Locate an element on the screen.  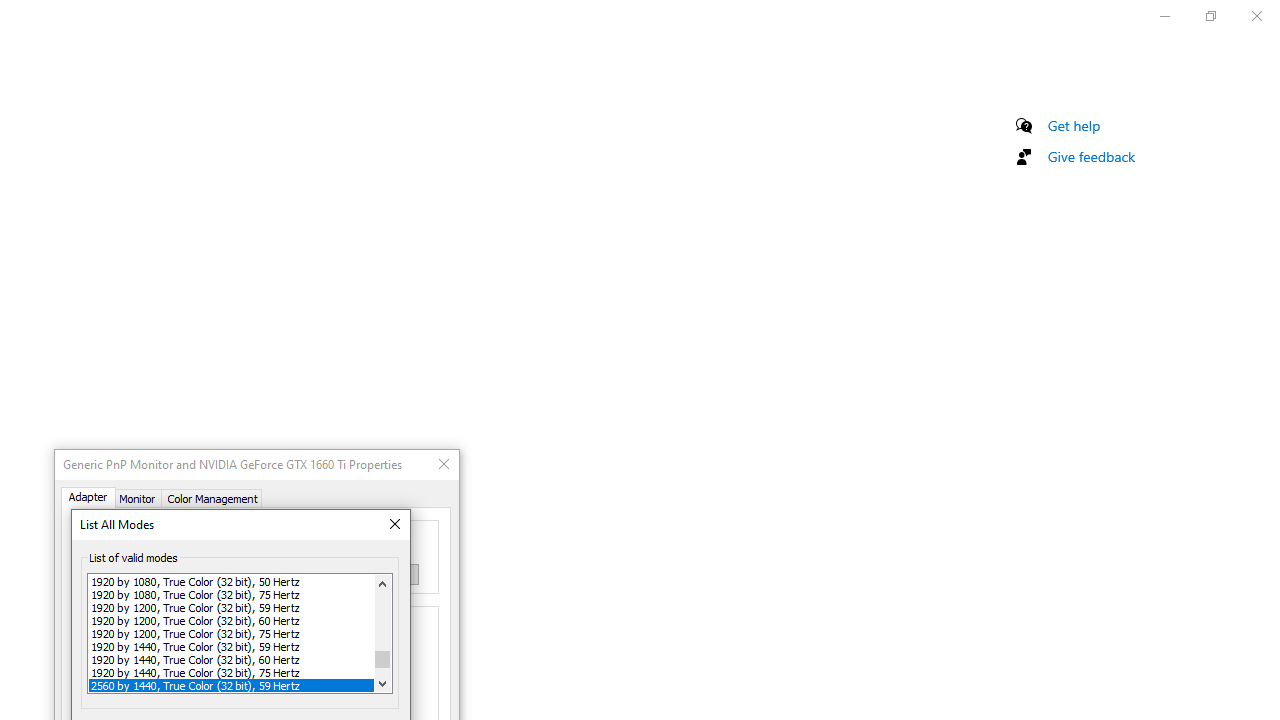
'Page up' is located at coordinates (382, 621).